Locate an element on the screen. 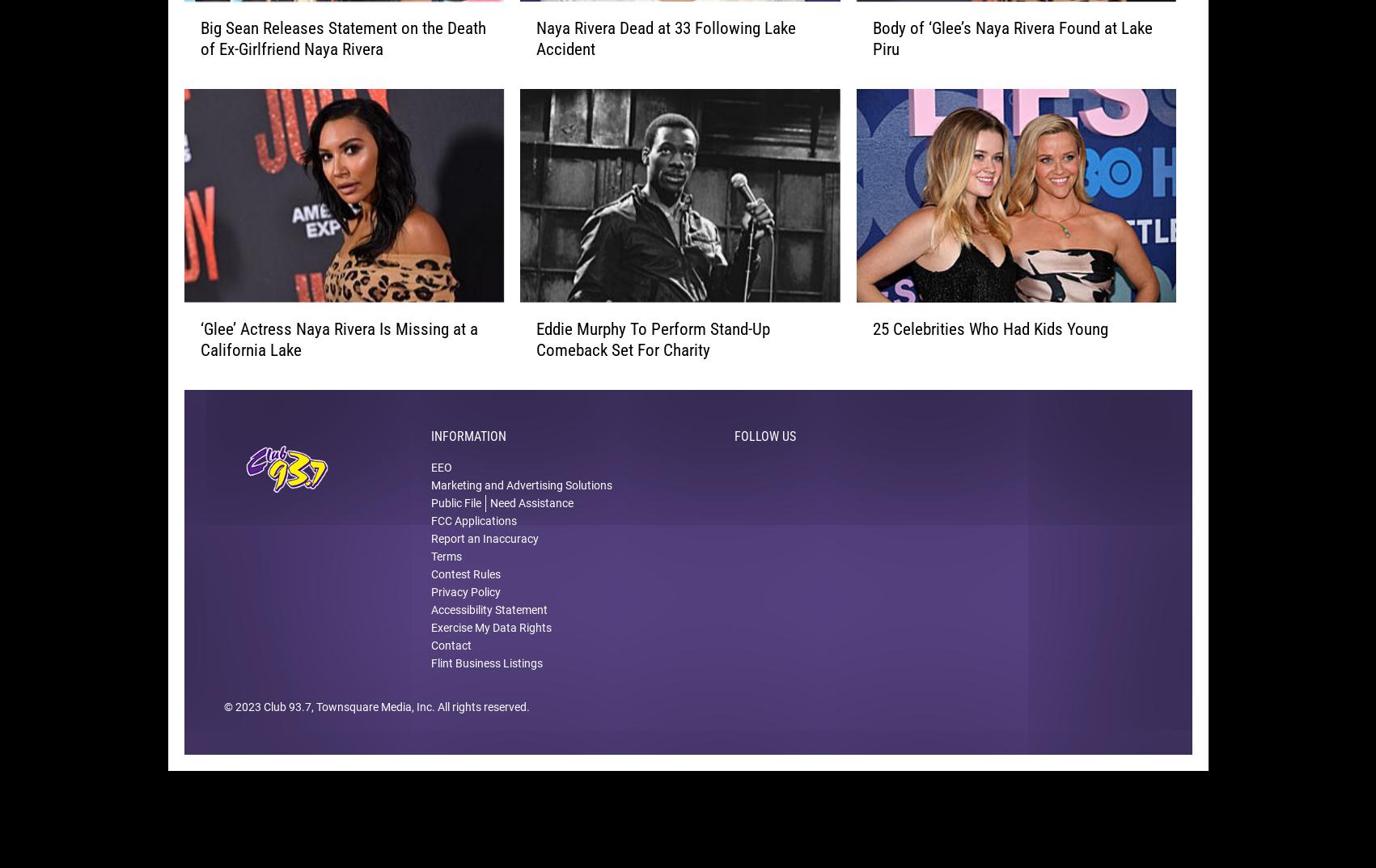 Image resolution: width=1376 pixels, height=868 pixels. 'Privacy Policy' is located at coordinates (464, 616).